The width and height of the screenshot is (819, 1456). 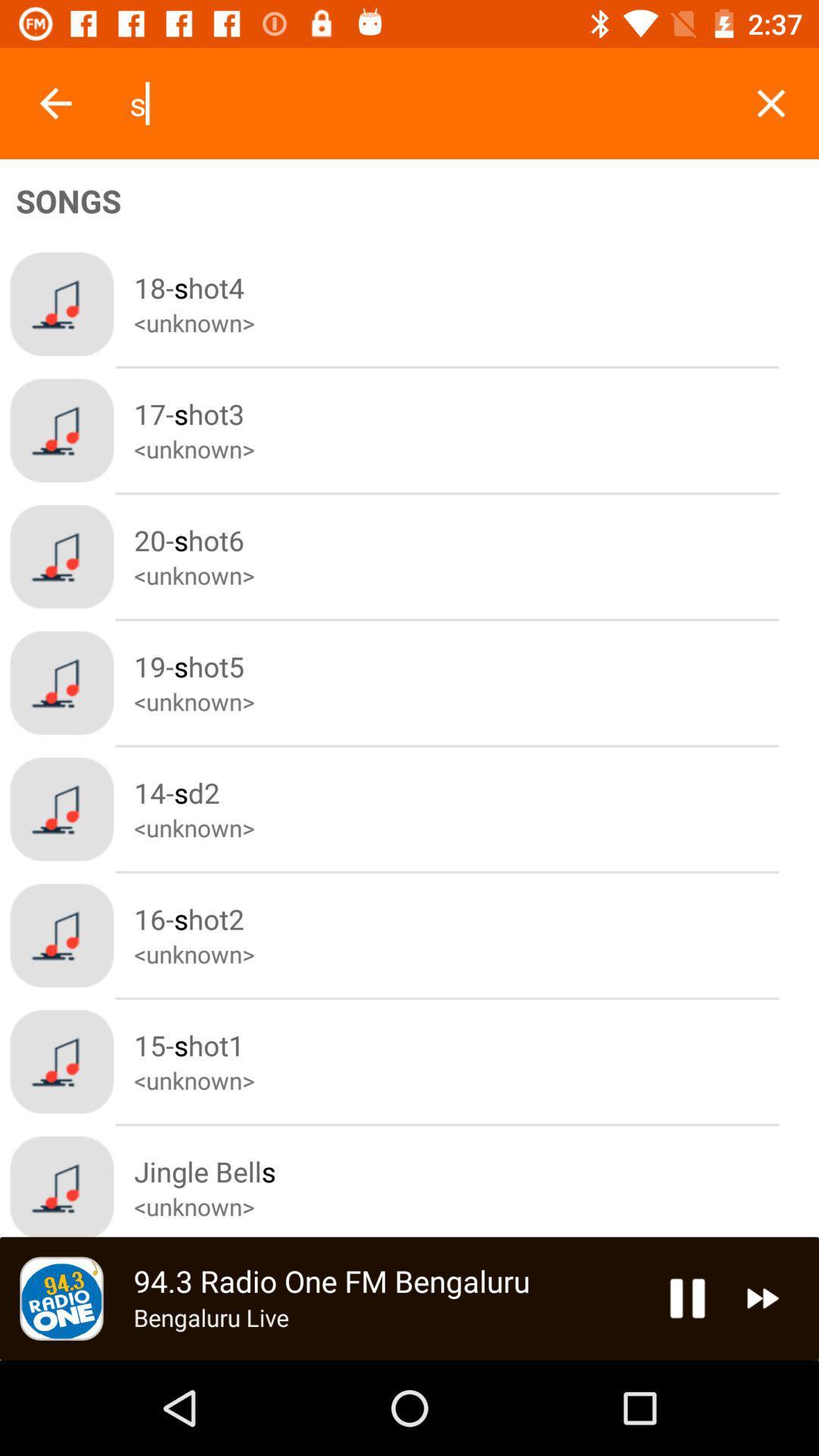 I want to click on x symbol, so click(x=771, y=102).